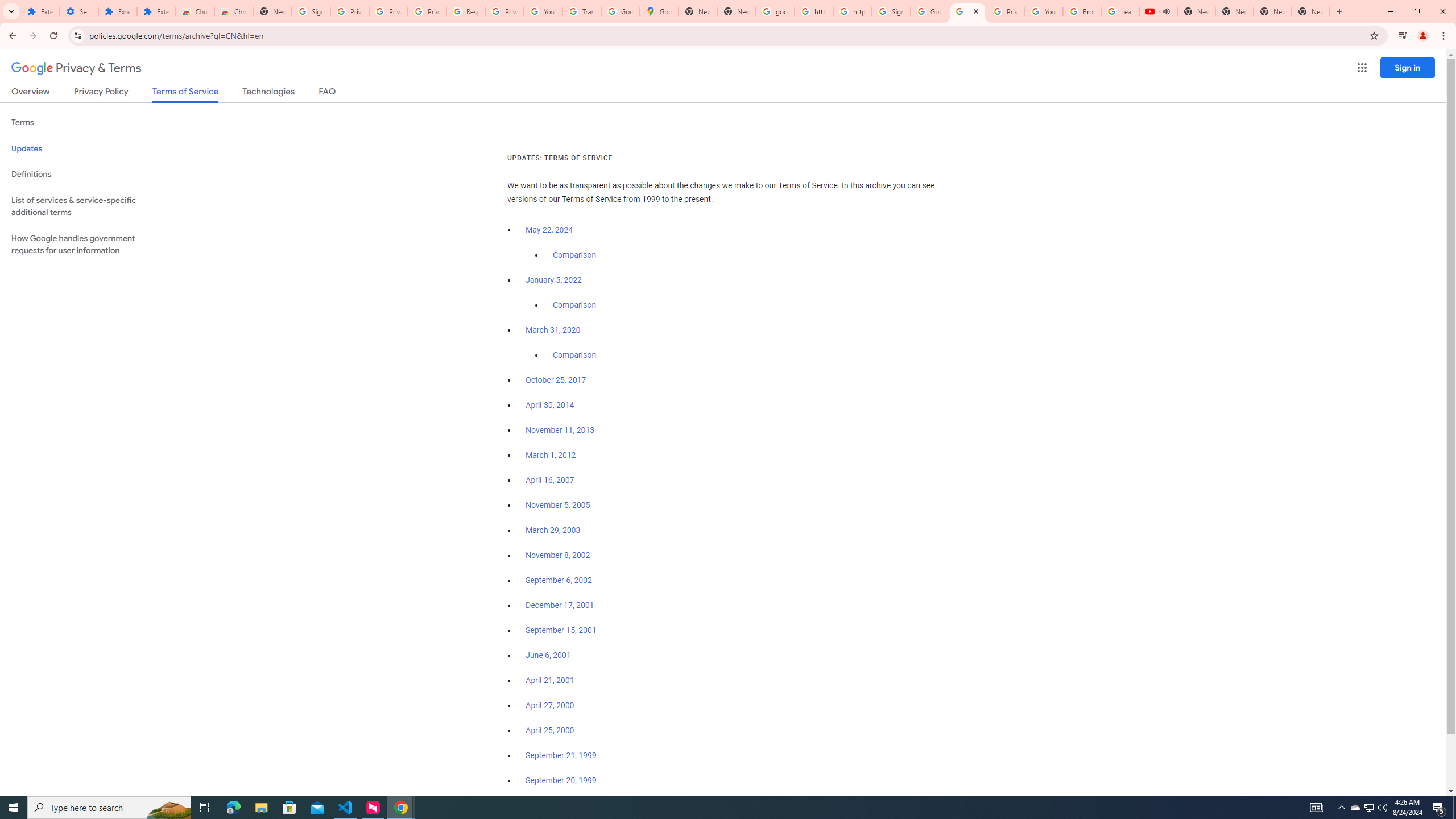 The image size is (1456, 819). Describe the element at coordinates (557, 555) in the screenshot. I see `'November 8, 2002'` at that location.